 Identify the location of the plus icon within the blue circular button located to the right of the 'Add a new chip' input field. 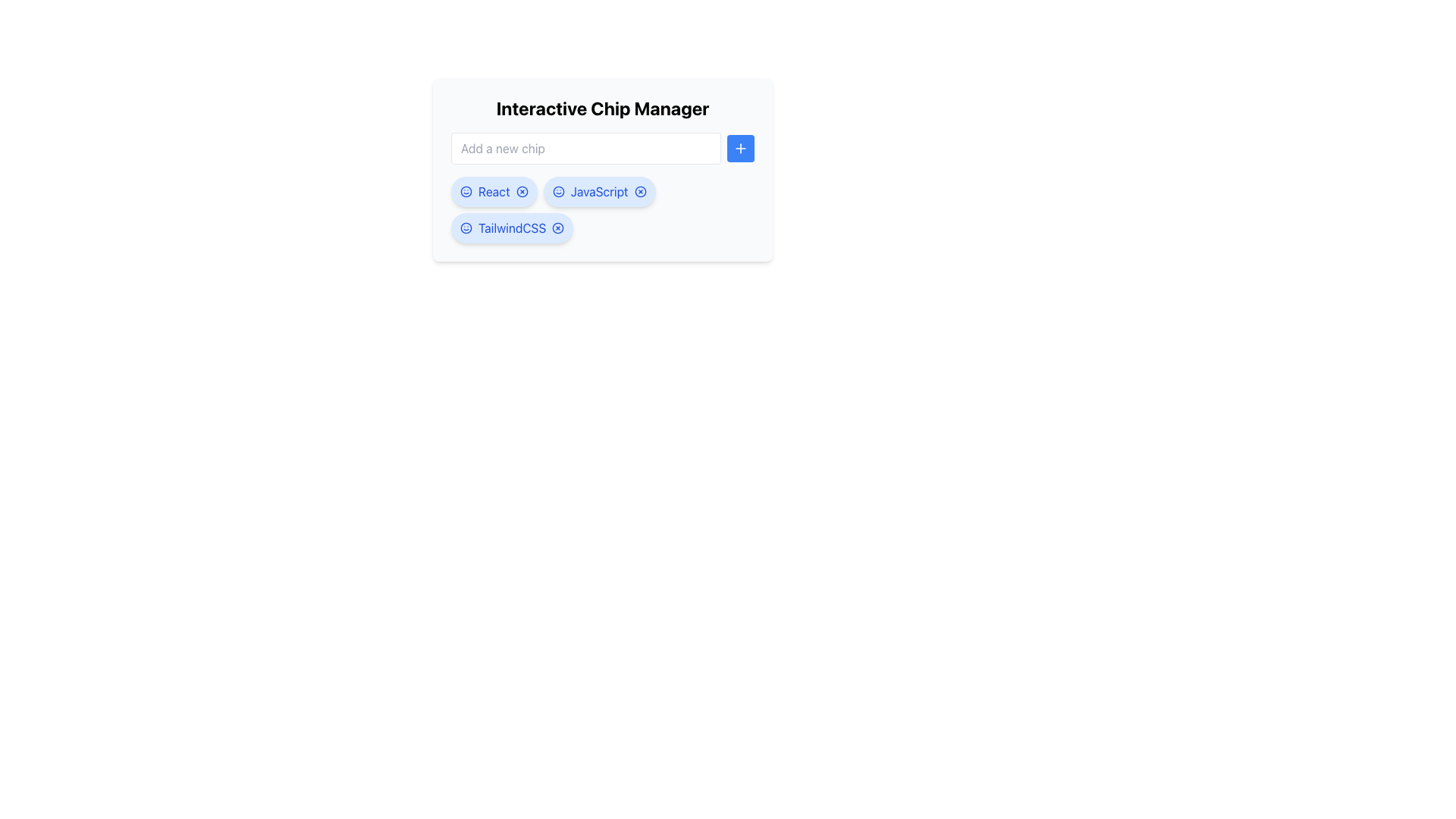
(741, 149).